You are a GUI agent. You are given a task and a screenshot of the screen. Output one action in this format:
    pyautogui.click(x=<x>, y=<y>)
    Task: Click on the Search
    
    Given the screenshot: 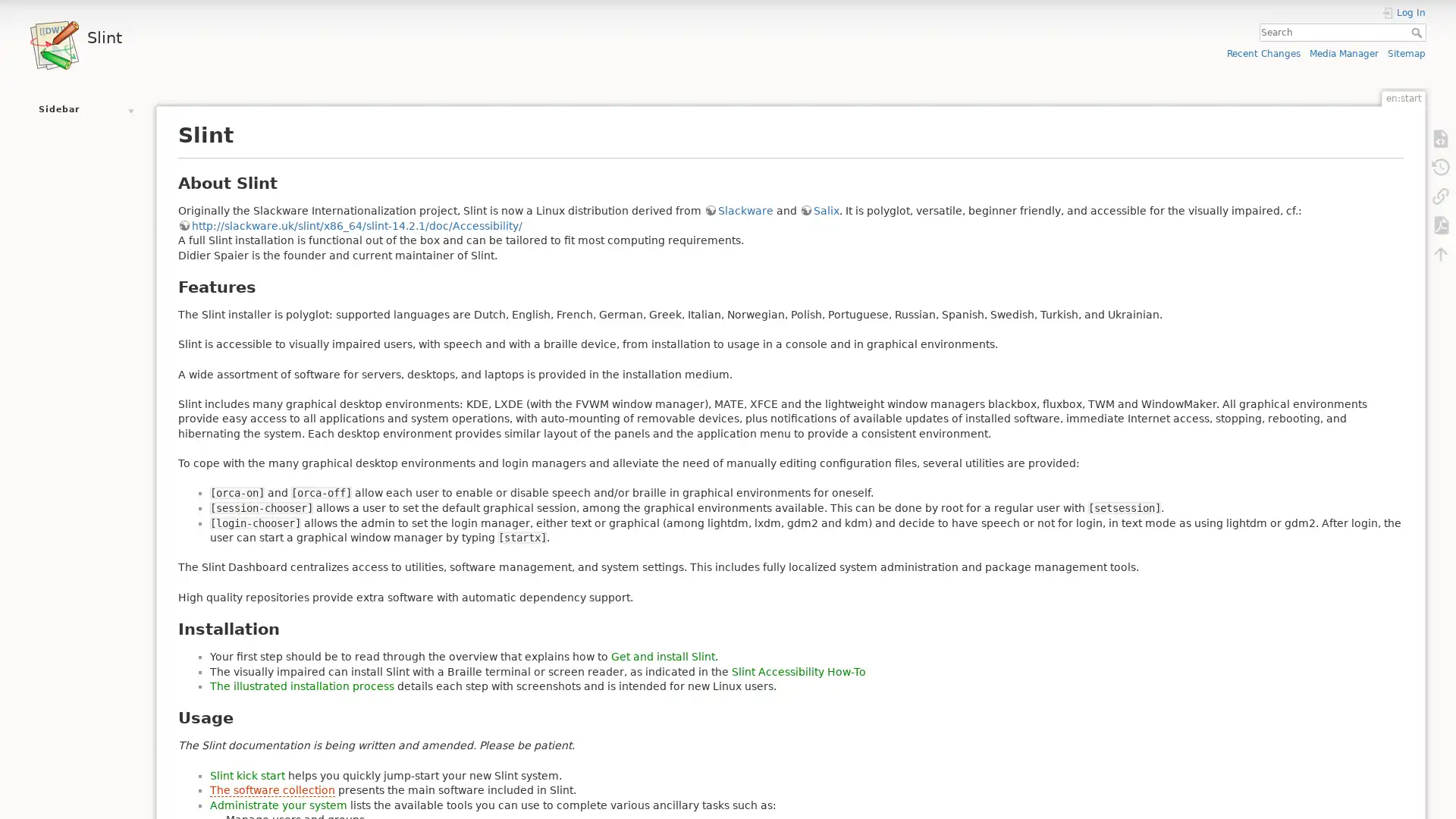 What is the action you would take?
    pyautogui.click(x=1417, y=32)
    